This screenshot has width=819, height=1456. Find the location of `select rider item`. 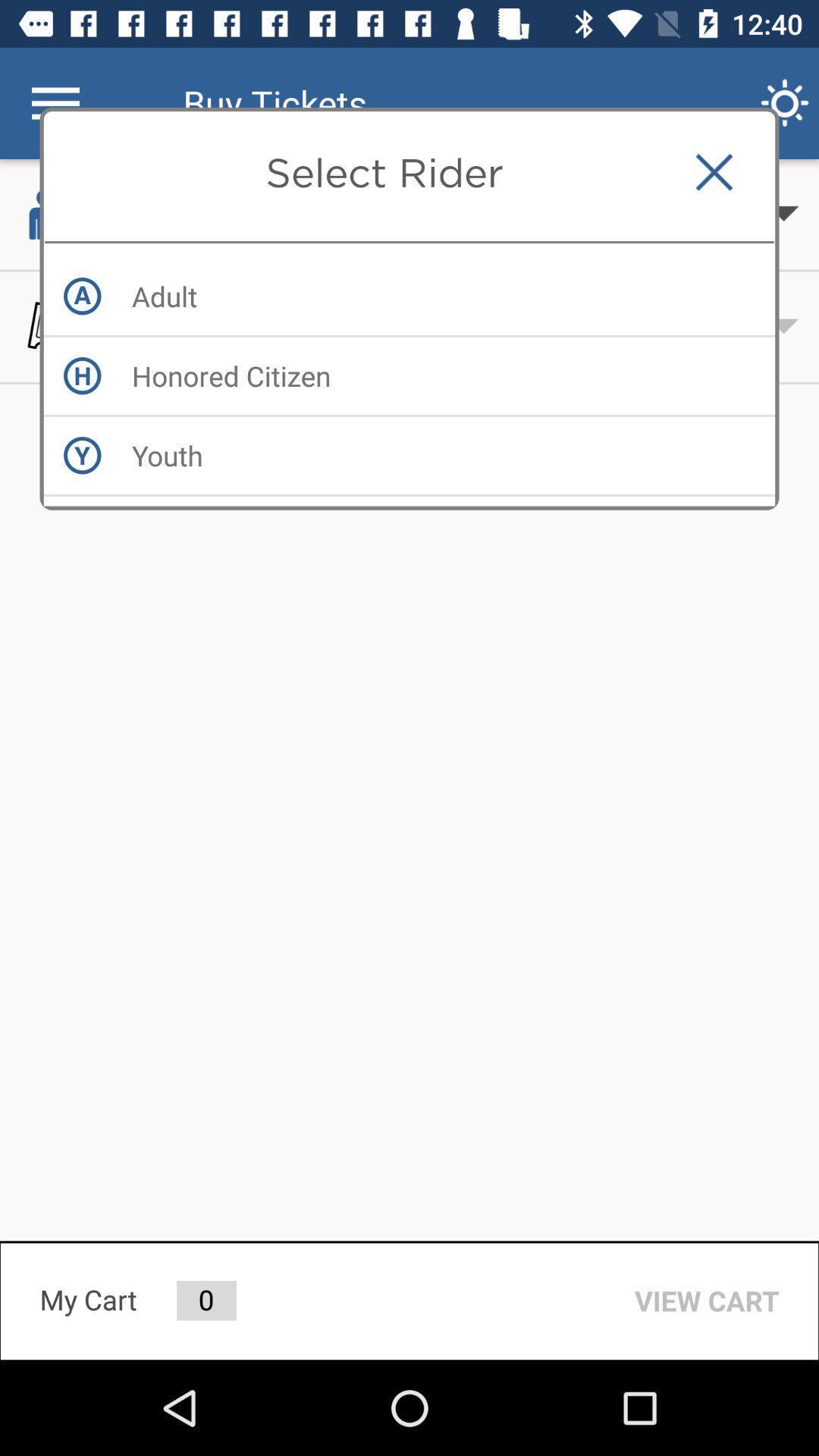

select rider item is located at coordinates (383, 172).